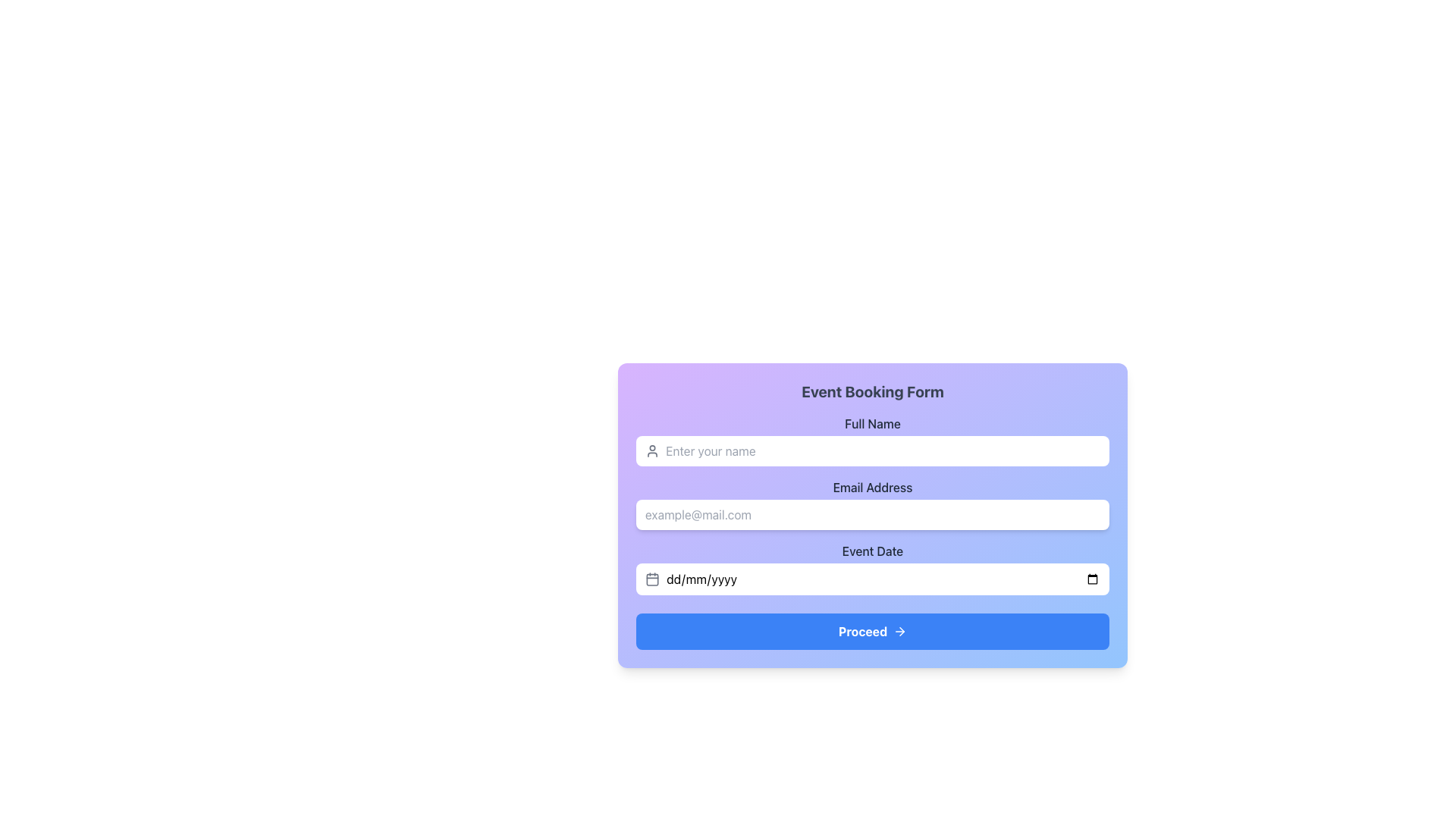  Describe the element at coordinates (873, 579) in the screenshot. I see `to activate the date picker in the 'Event Date' input field located below the 'Email Address' field and above the 'Proceed' button` at that location.